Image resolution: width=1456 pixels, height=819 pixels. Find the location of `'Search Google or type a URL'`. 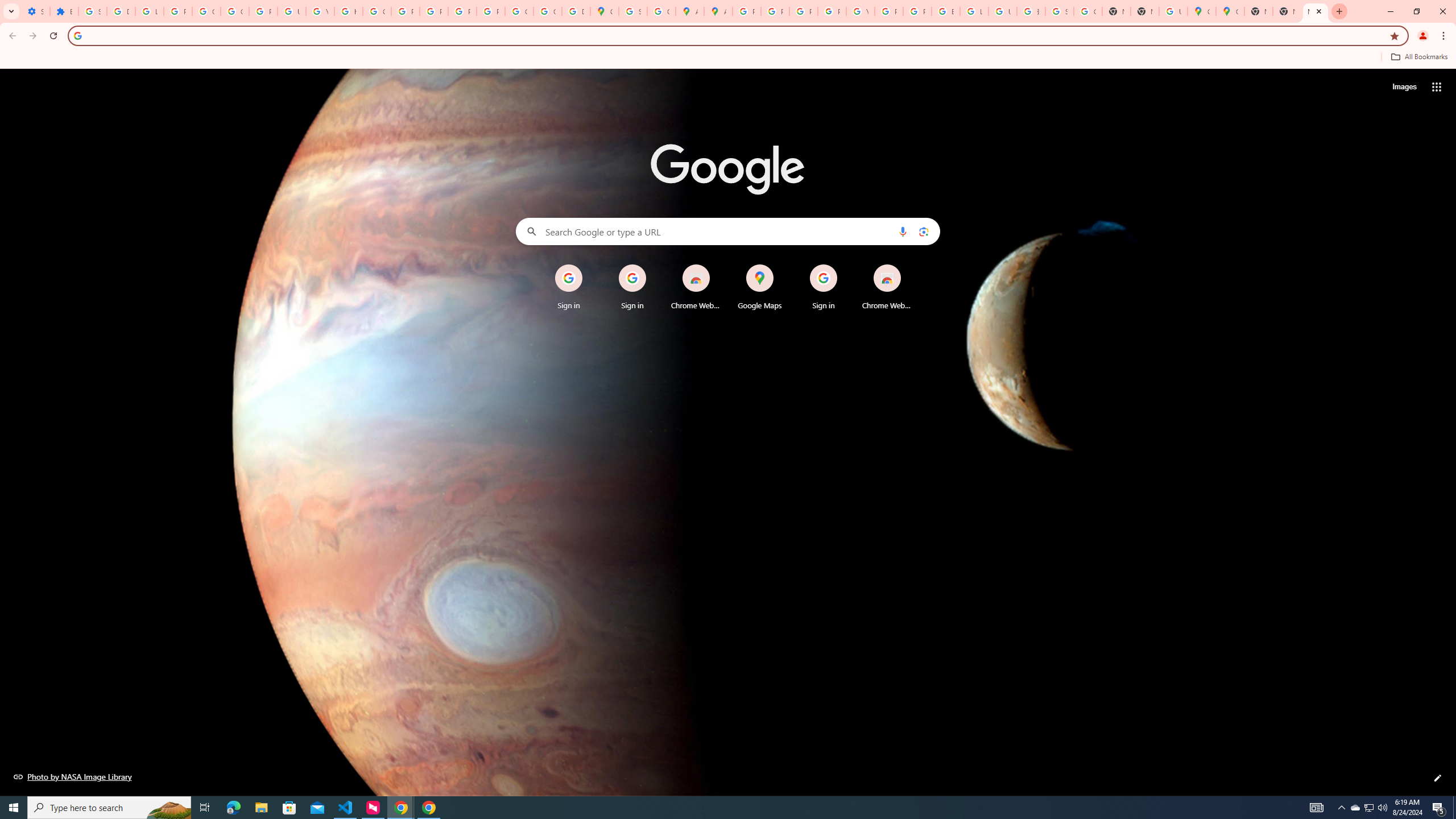

'Search Google or type a URL' is located at coordinates (728, 230).